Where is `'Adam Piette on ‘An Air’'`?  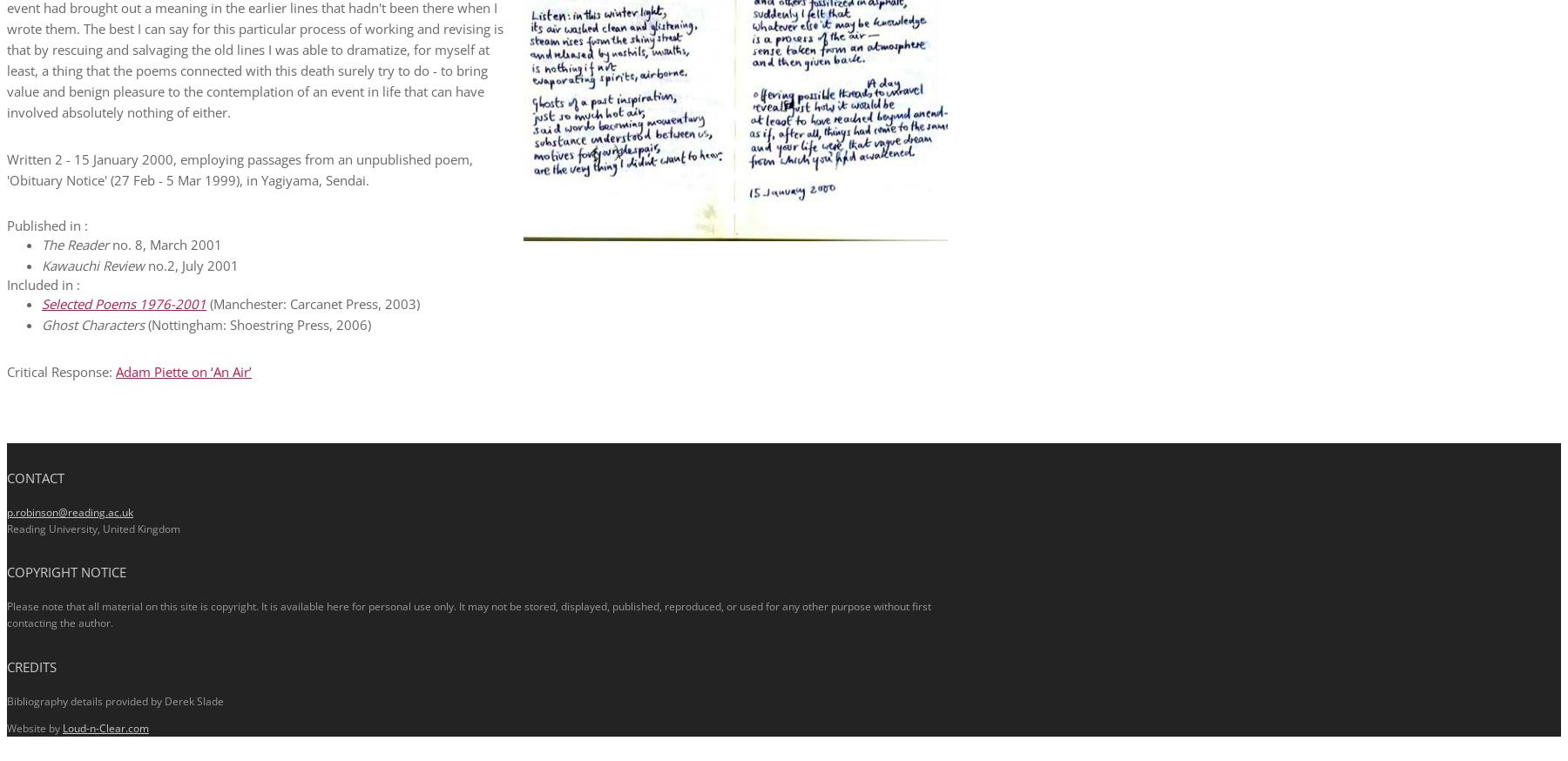 'Adam Piette on ‘An Air’' is located at coordinates (183, 370).